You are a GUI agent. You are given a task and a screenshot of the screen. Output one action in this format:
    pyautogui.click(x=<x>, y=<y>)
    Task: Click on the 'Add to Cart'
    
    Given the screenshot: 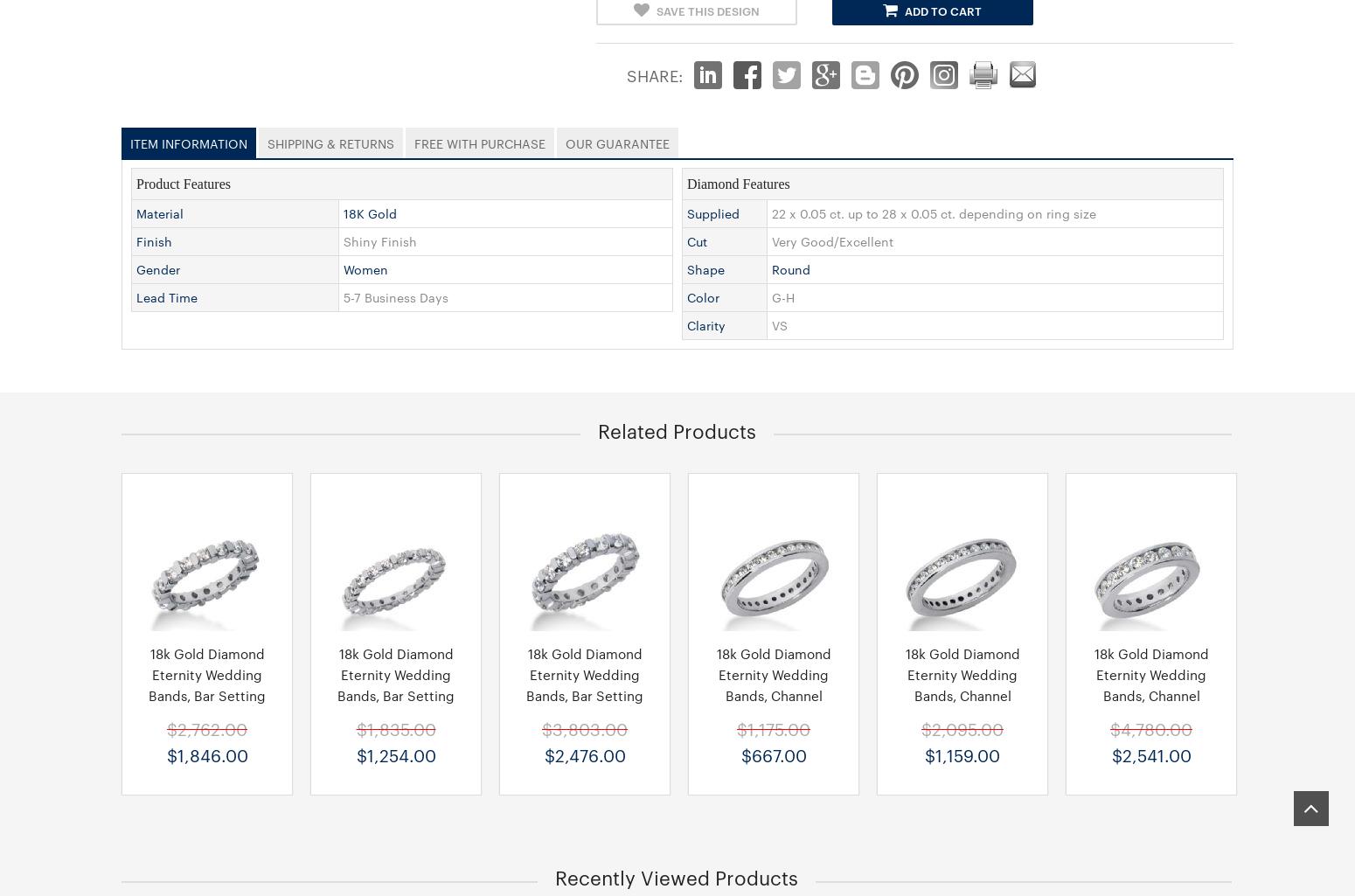 What is the action you would take?
    pyautogui.click(x=942, y=10)
    